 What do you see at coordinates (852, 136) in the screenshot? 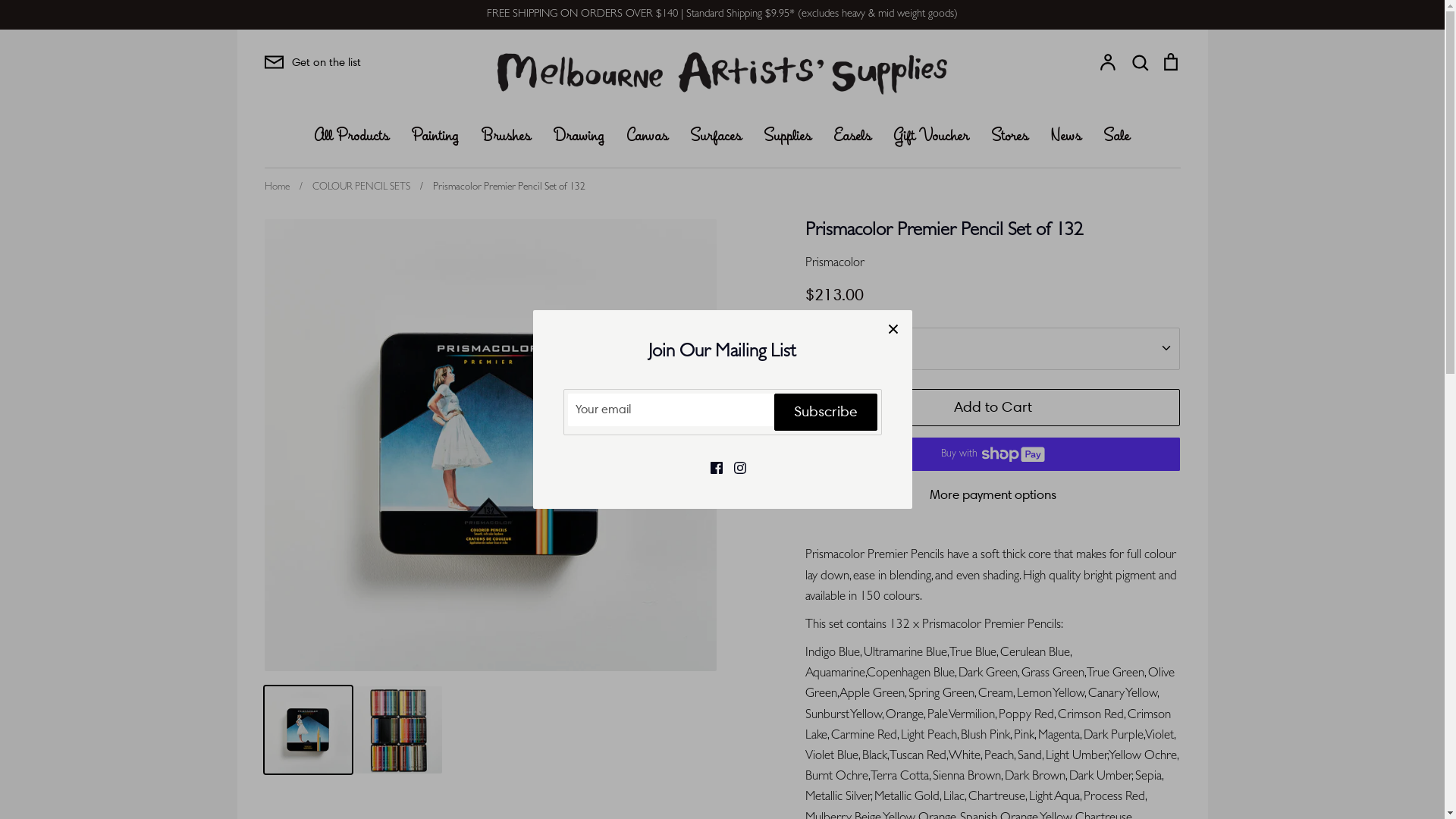
I see `'Easels'` at bounding box center [852, 136].